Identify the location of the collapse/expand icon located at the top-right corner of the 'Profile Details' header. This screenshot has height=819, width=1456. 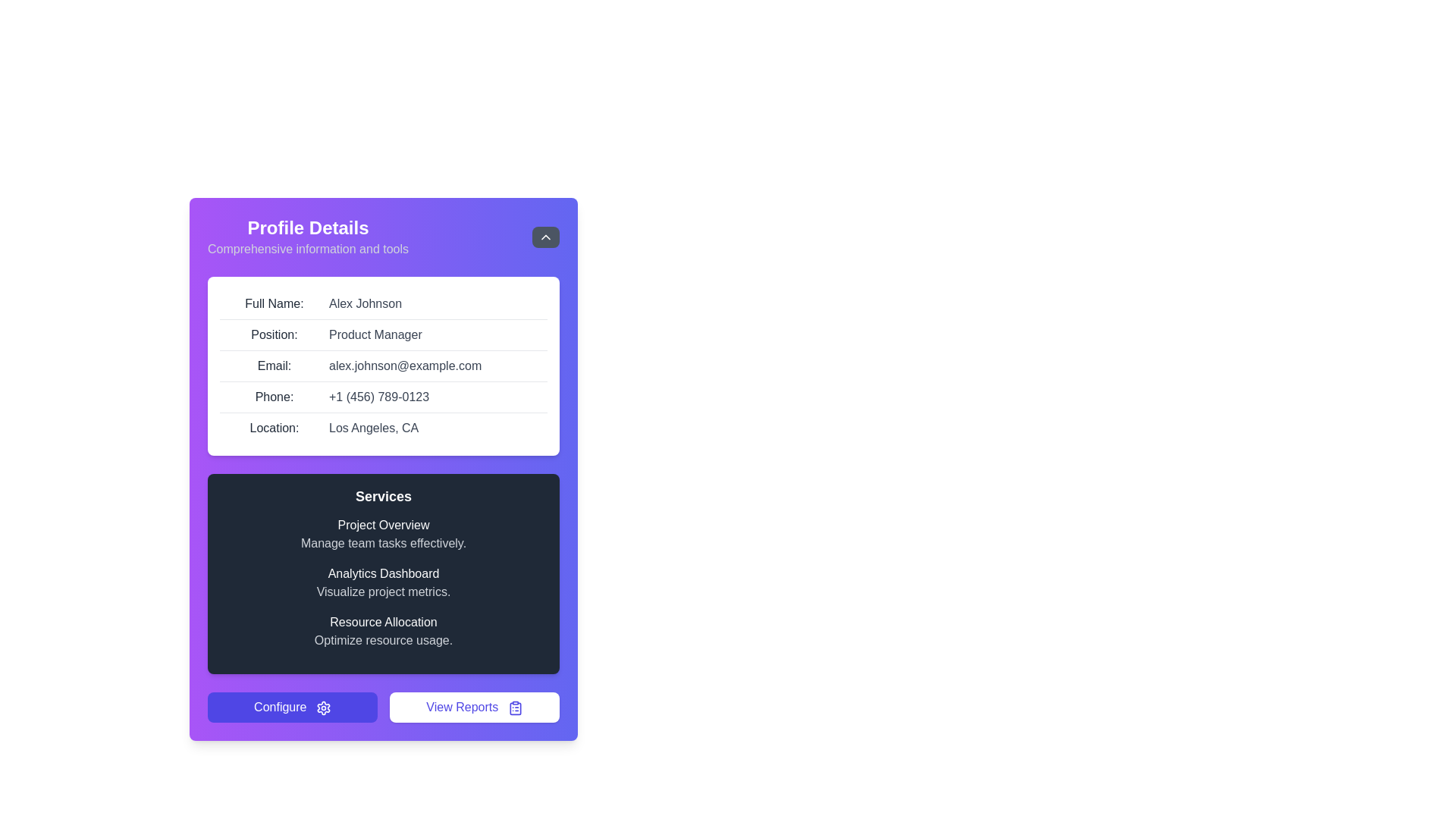
(546, 237).